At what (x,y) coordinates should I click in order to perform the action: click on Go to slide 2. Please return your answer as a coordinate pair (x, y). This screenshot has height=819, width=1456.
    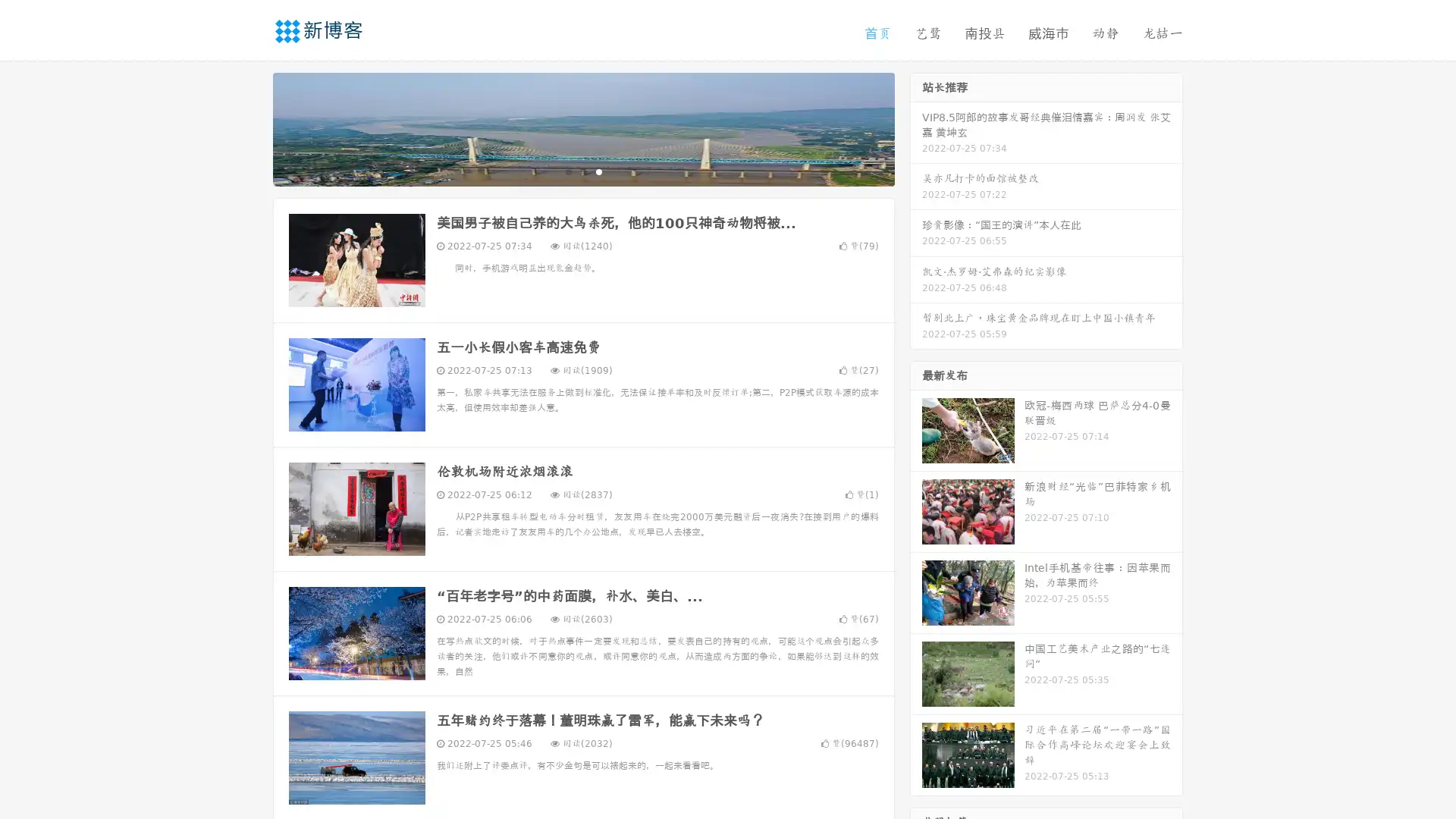
    Looking at the image, I should click on (582, 171).